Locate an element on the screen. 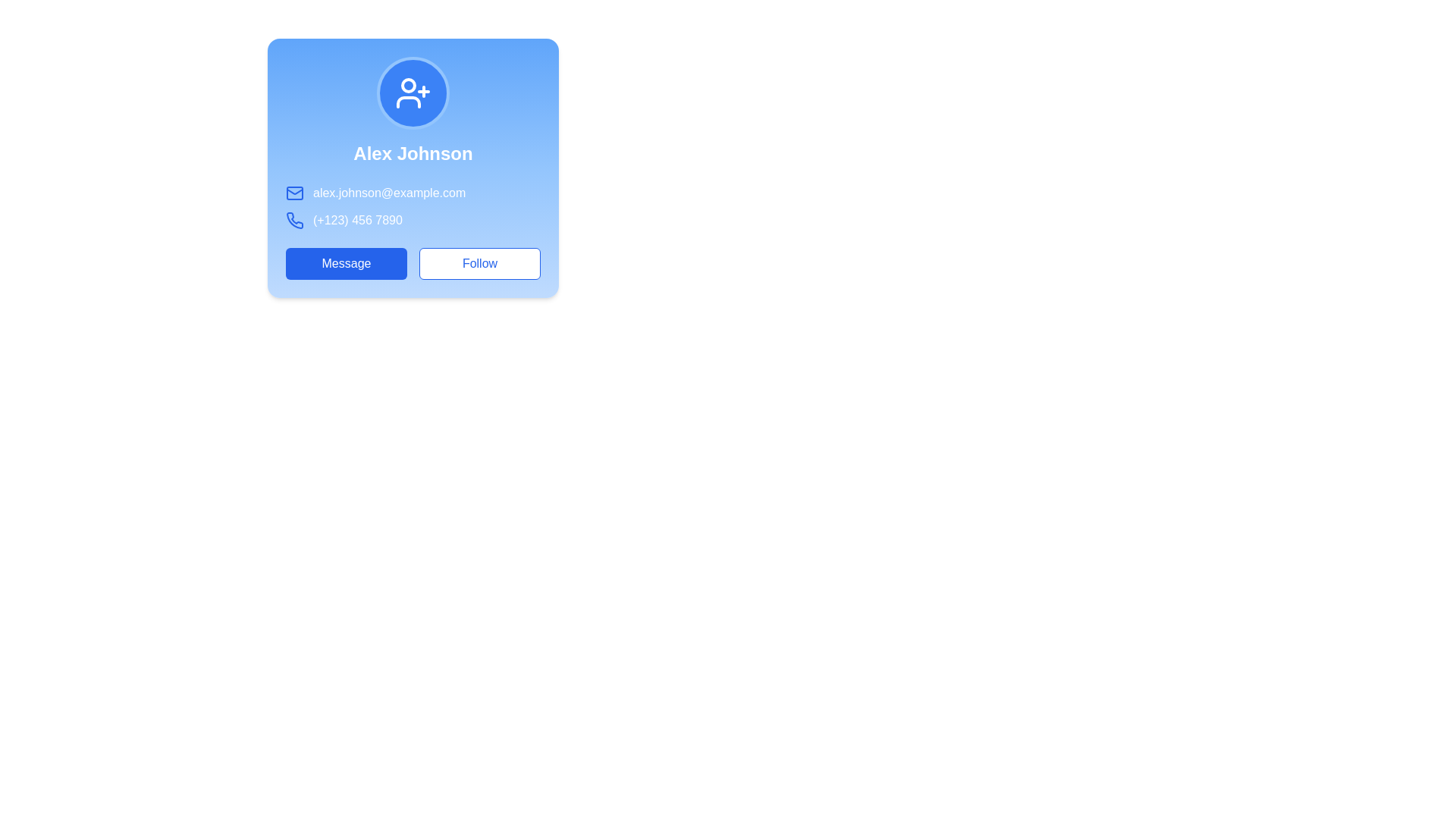 This screenshot has height=819, width=1456. the contact information display element located below 'Alex Johnson' is located at coordinates (413, 207).